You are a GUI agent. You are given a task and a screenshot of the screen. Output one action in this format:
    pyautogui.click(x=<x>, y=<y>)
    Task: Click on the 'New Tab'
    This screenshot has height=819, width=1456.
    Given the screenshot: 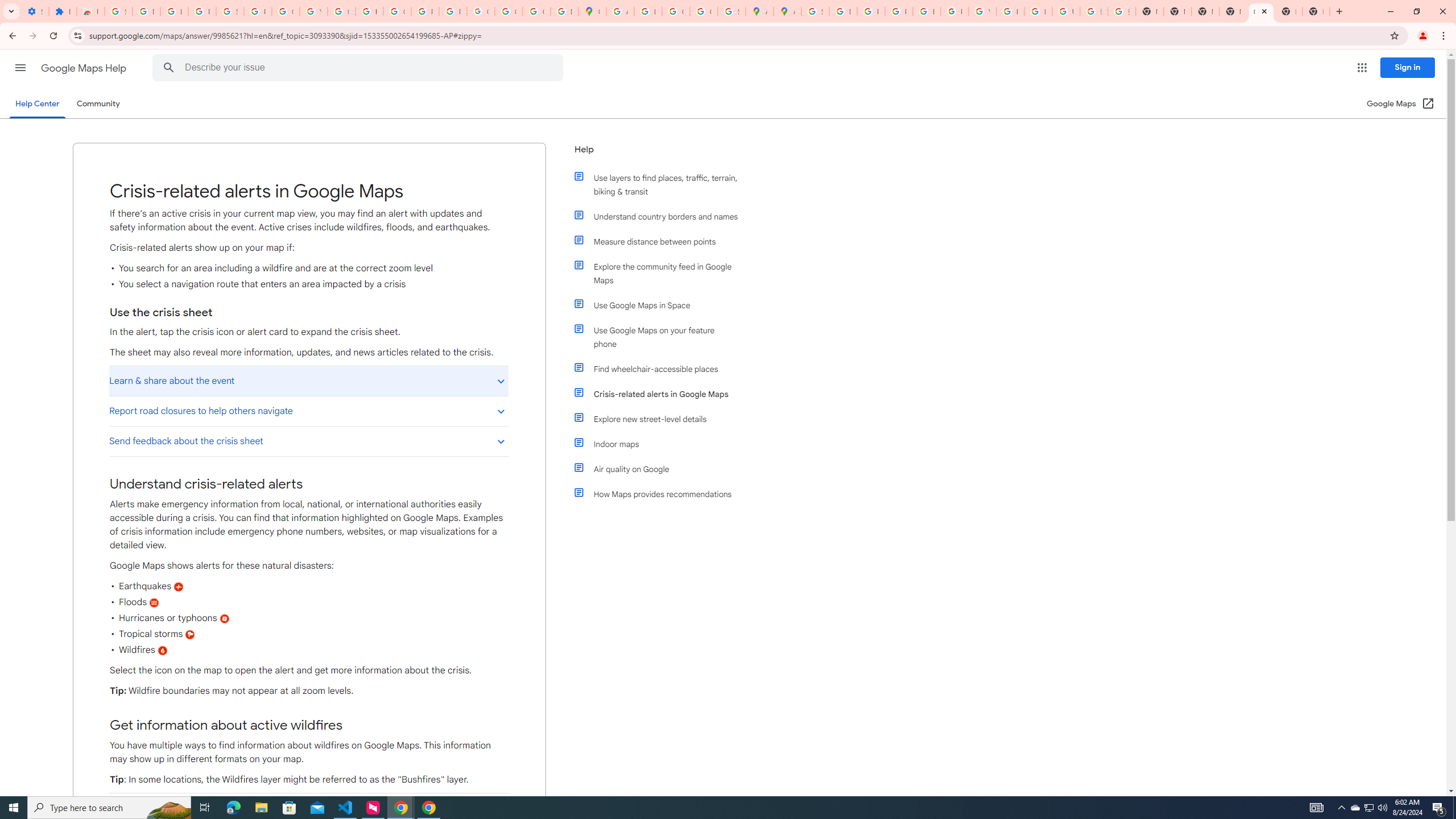 What is the action you would take?
    pyautogui.click(x=1316, y=11)
    